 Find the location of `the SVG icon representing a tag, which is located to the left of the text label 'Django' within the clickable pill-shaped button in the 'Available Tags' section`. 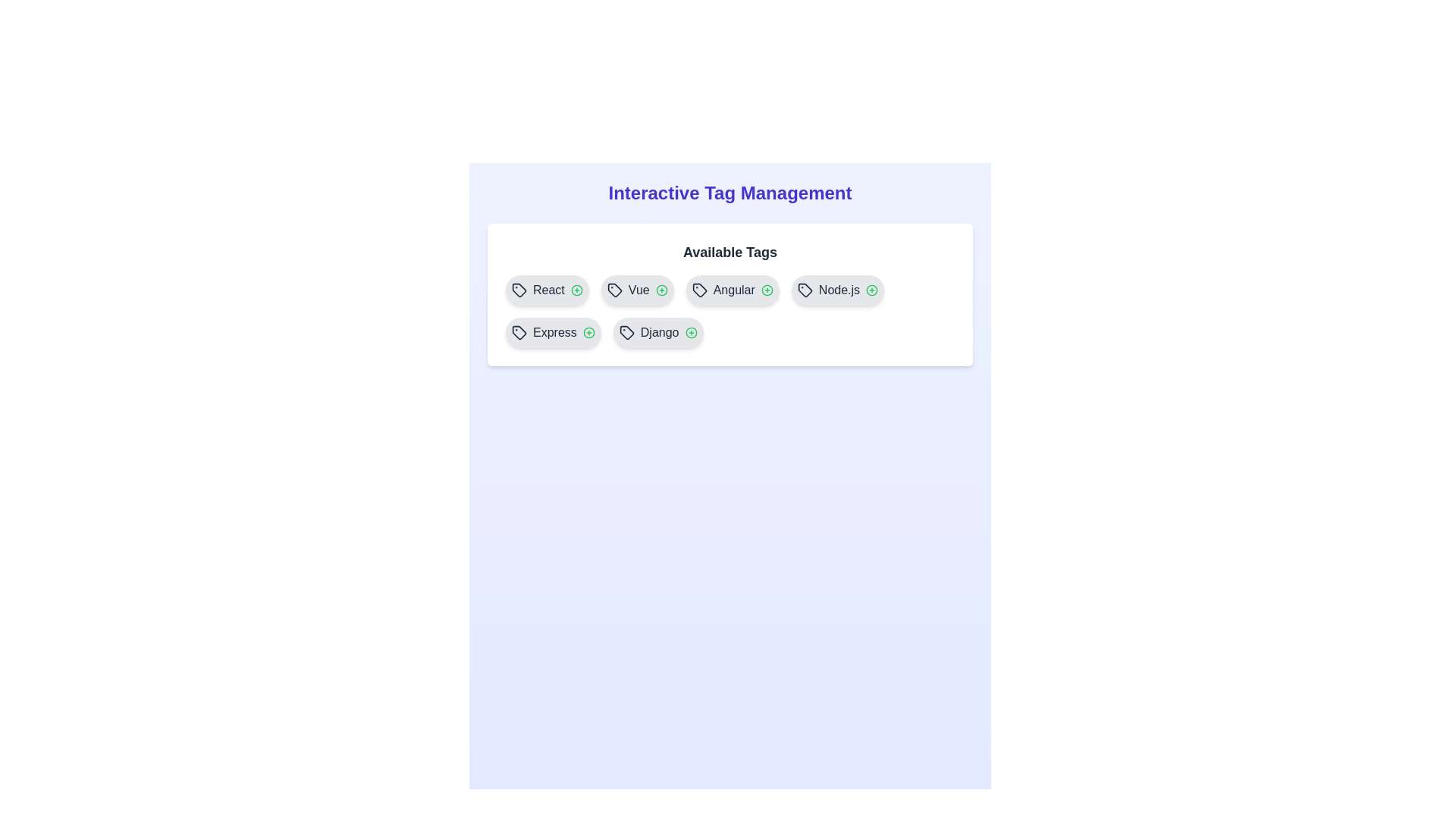

the SVG icon representing a tag, which is located to the left of the text label 'Django' within the clickable pill-shaped button in the 'Available Tags' section is located at coordinates (626, 332).